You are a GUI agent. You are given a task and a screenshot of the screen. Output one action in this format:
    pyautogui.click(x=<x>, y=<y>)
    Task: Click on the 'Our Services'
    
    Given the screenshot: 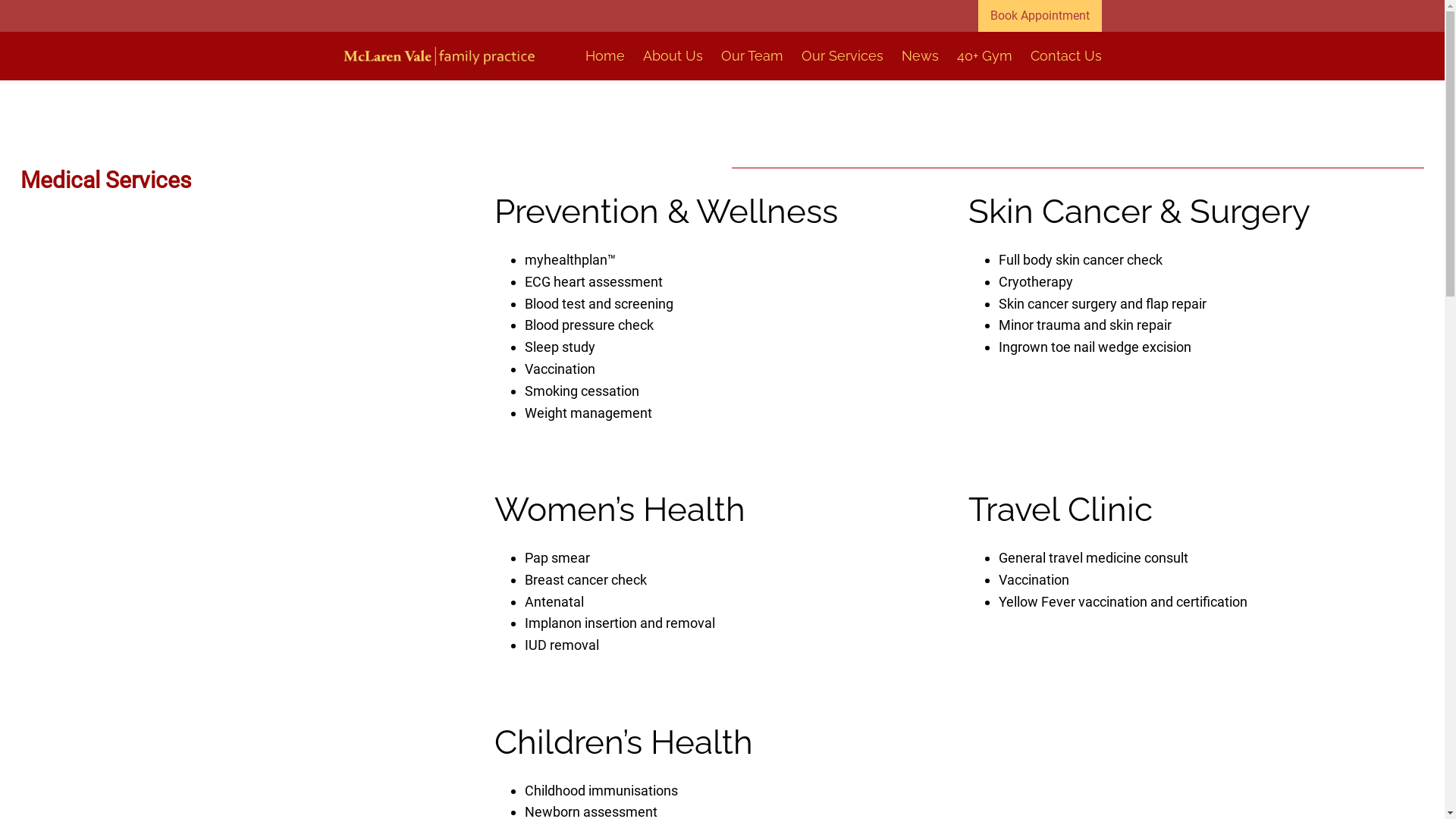 What is the action you would take?
    pyautogui.click(x=840, y=55)
    